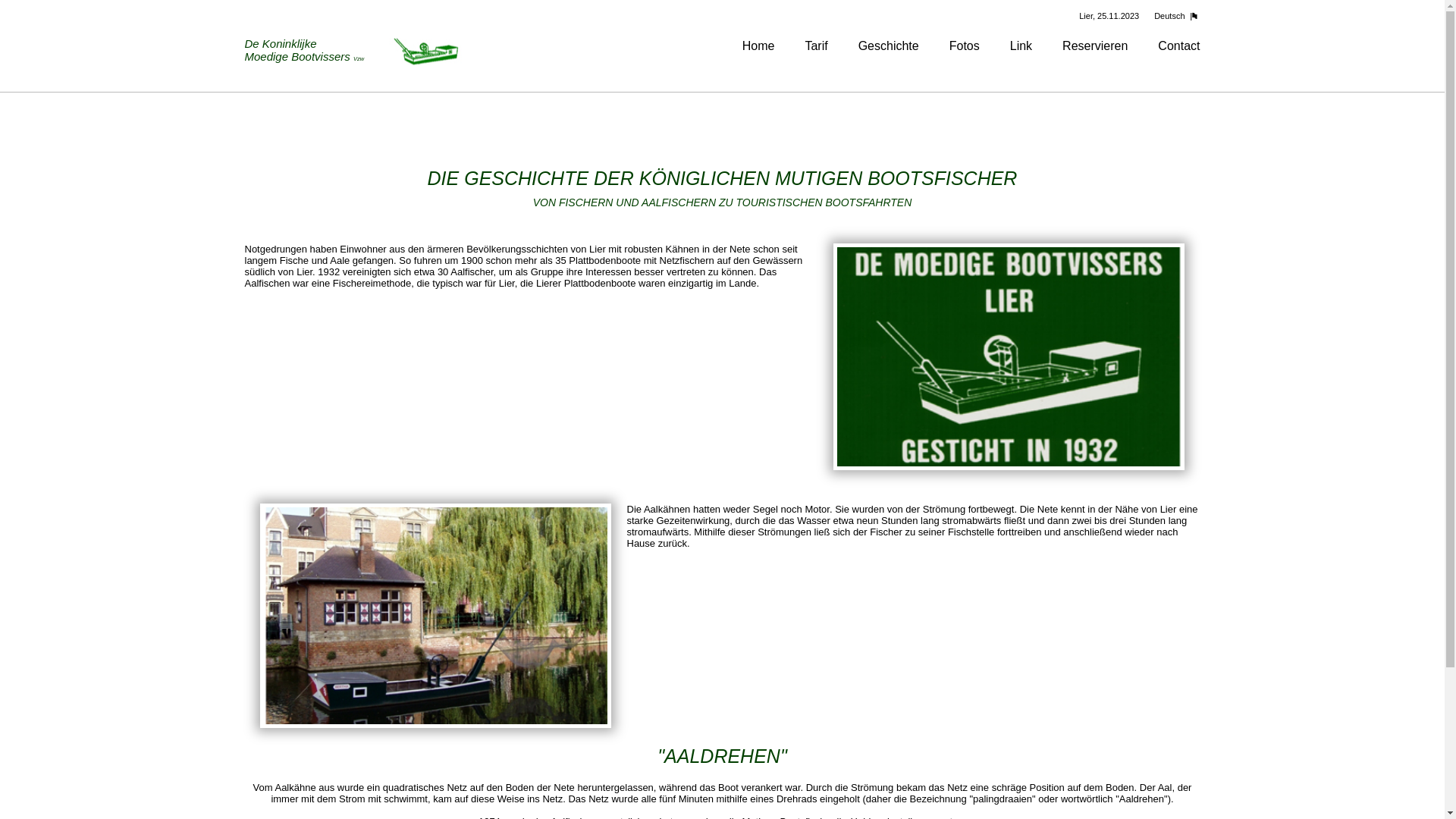 This screenshot has width=1456, height=819. Describe the element at coordinates (353, 51) in the screenshot. I see `'De Koninklijke` at that location.